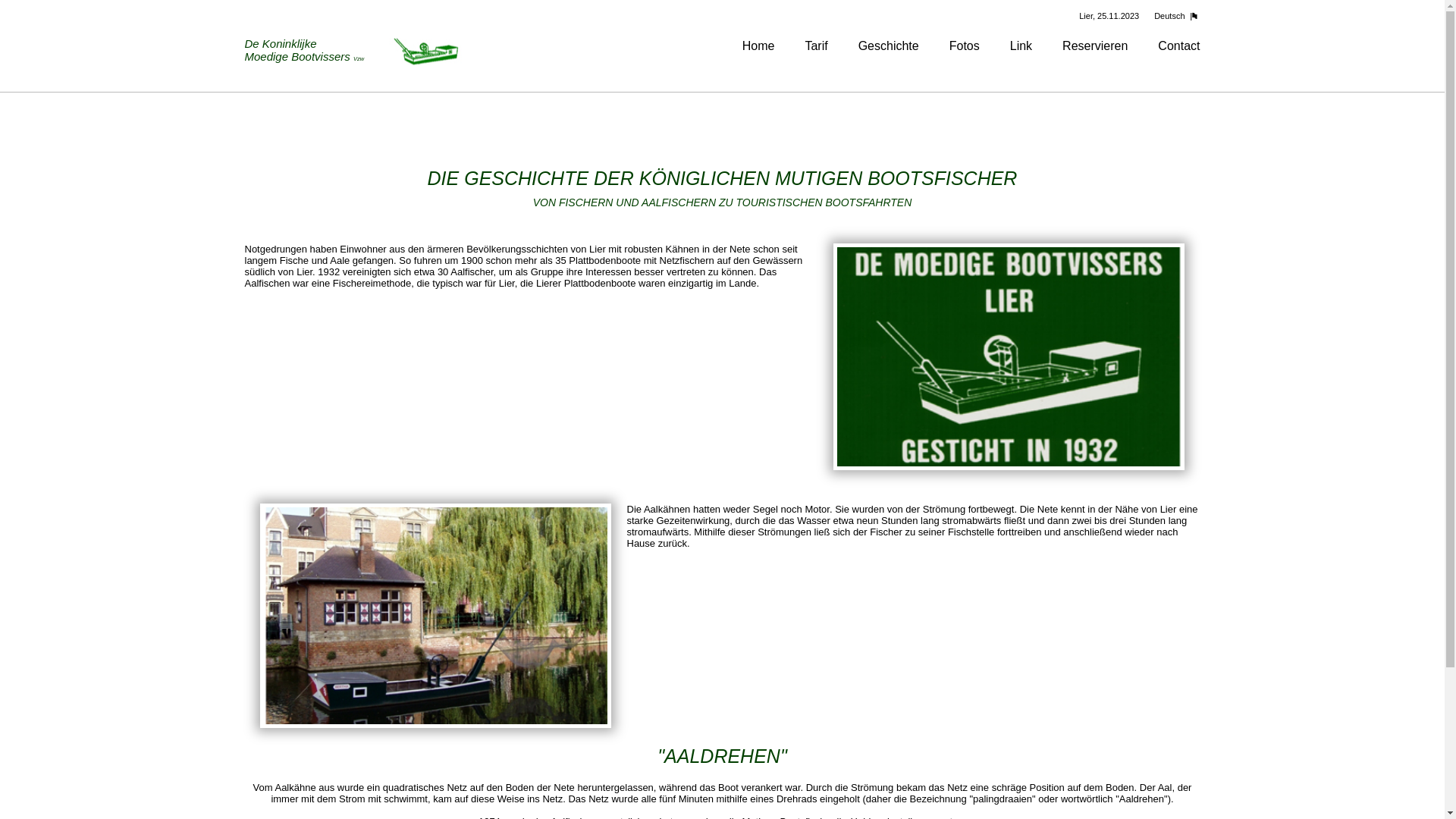 This screenshot has width=1456, height=819. Describe the element at coordinates (353, 51) in the screenshot. I see `'De Koninklijke` at that location.